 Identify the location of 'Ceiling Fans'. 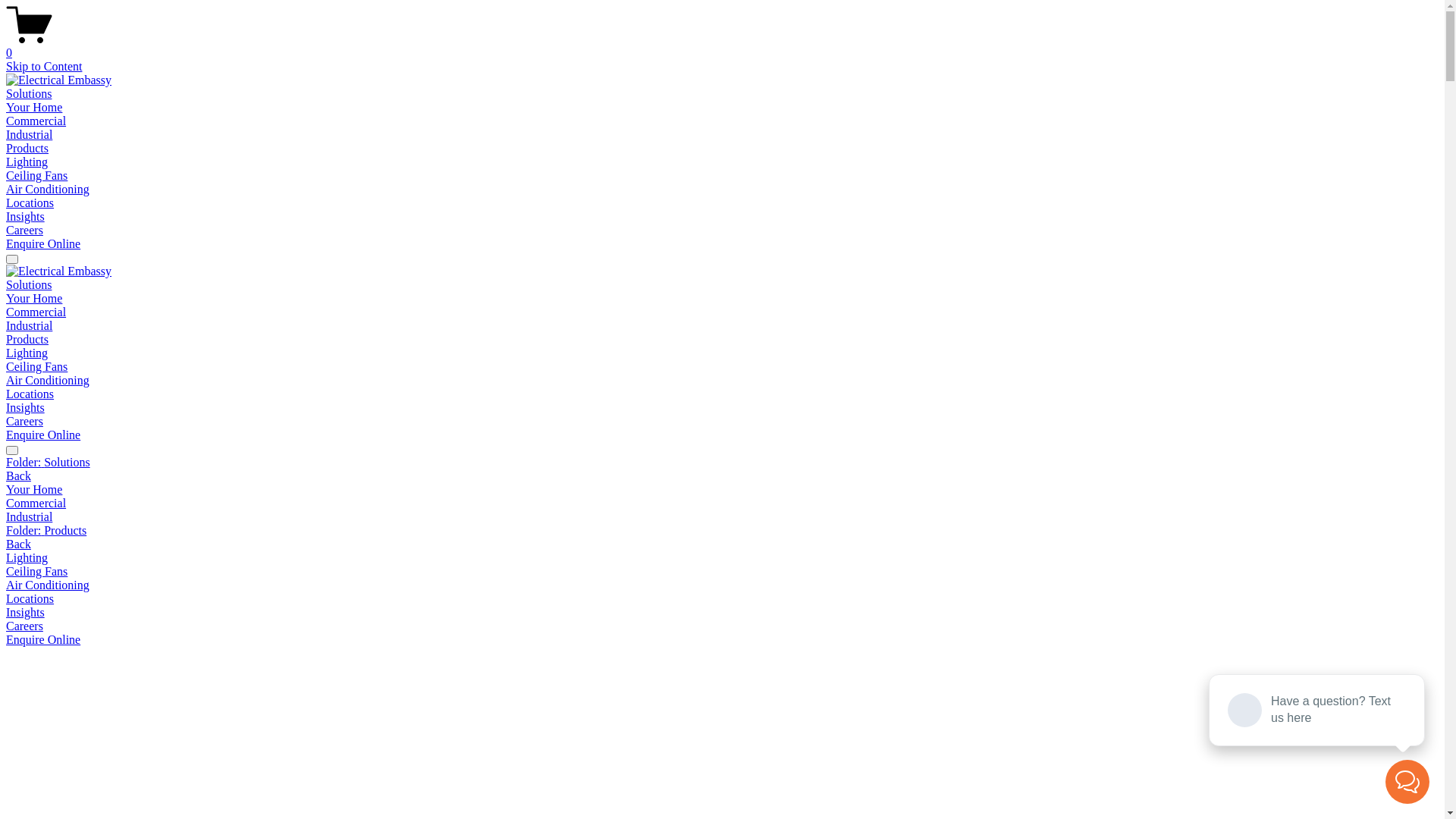
(36, 366).